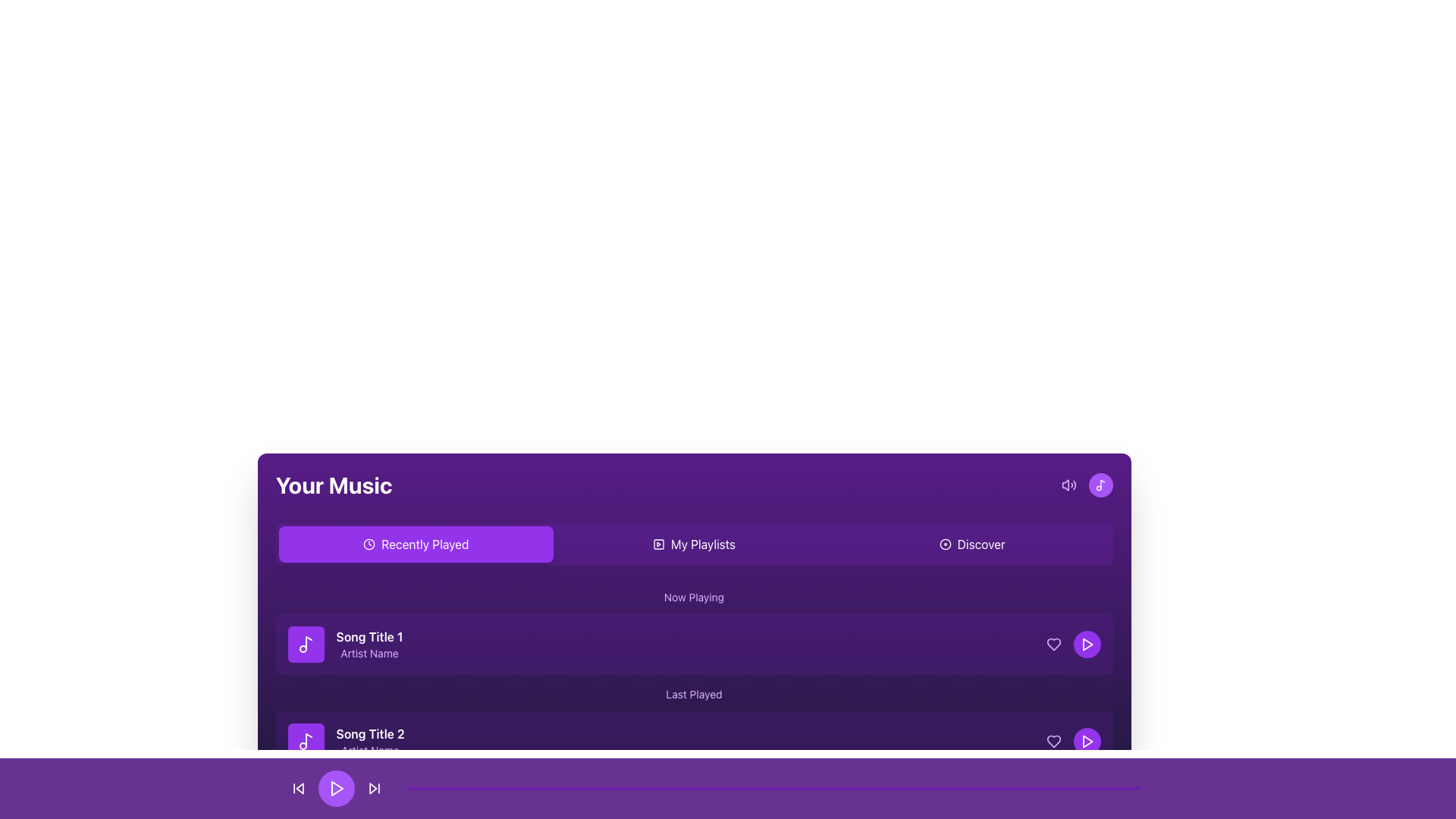 Image resolution: width=1456 pixels, height=819 pixels. What do you see at coordinates (1086, 644) in the screenshot?
I see `the triangular play icon within the purple circular button located in the last row of the music player interface` at bounding box center [1086, 644].